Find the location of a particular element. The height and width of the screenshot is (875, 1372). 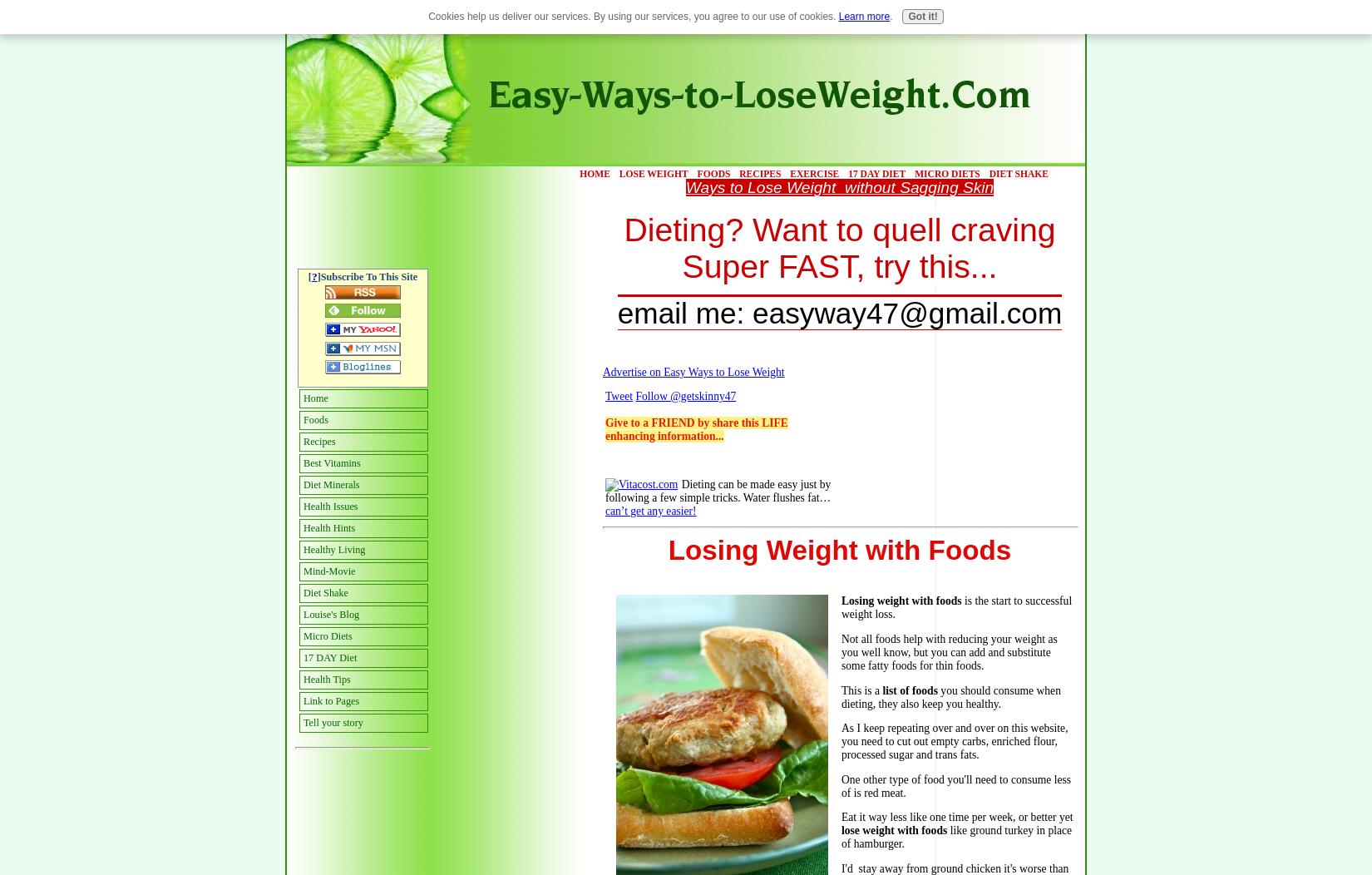

'Cookies help us deliver our services. By using our services, you agree to our use of cookies.' is located at coordinates (632, 16).